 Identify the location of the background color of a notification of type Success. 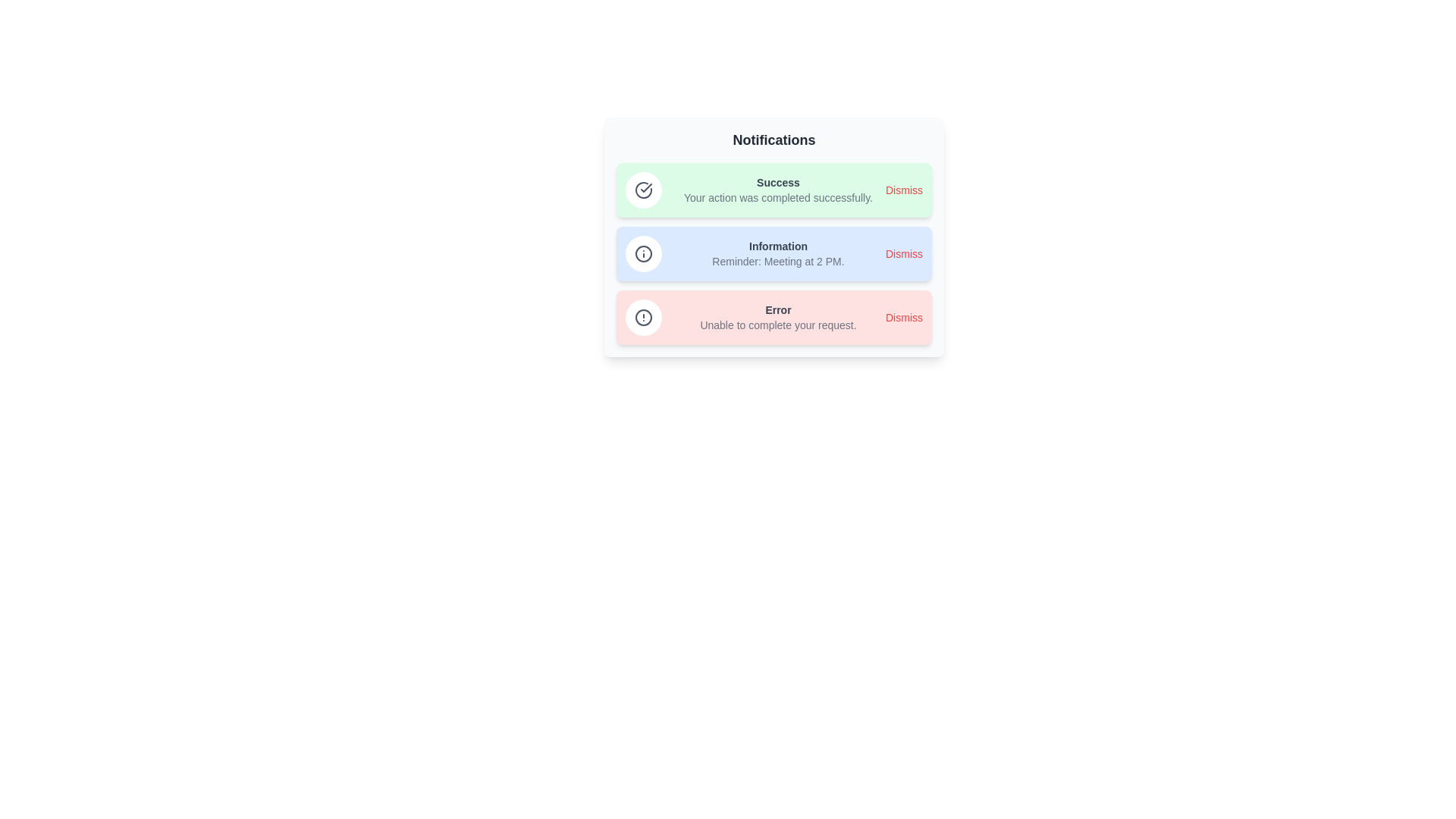
(774, 189).